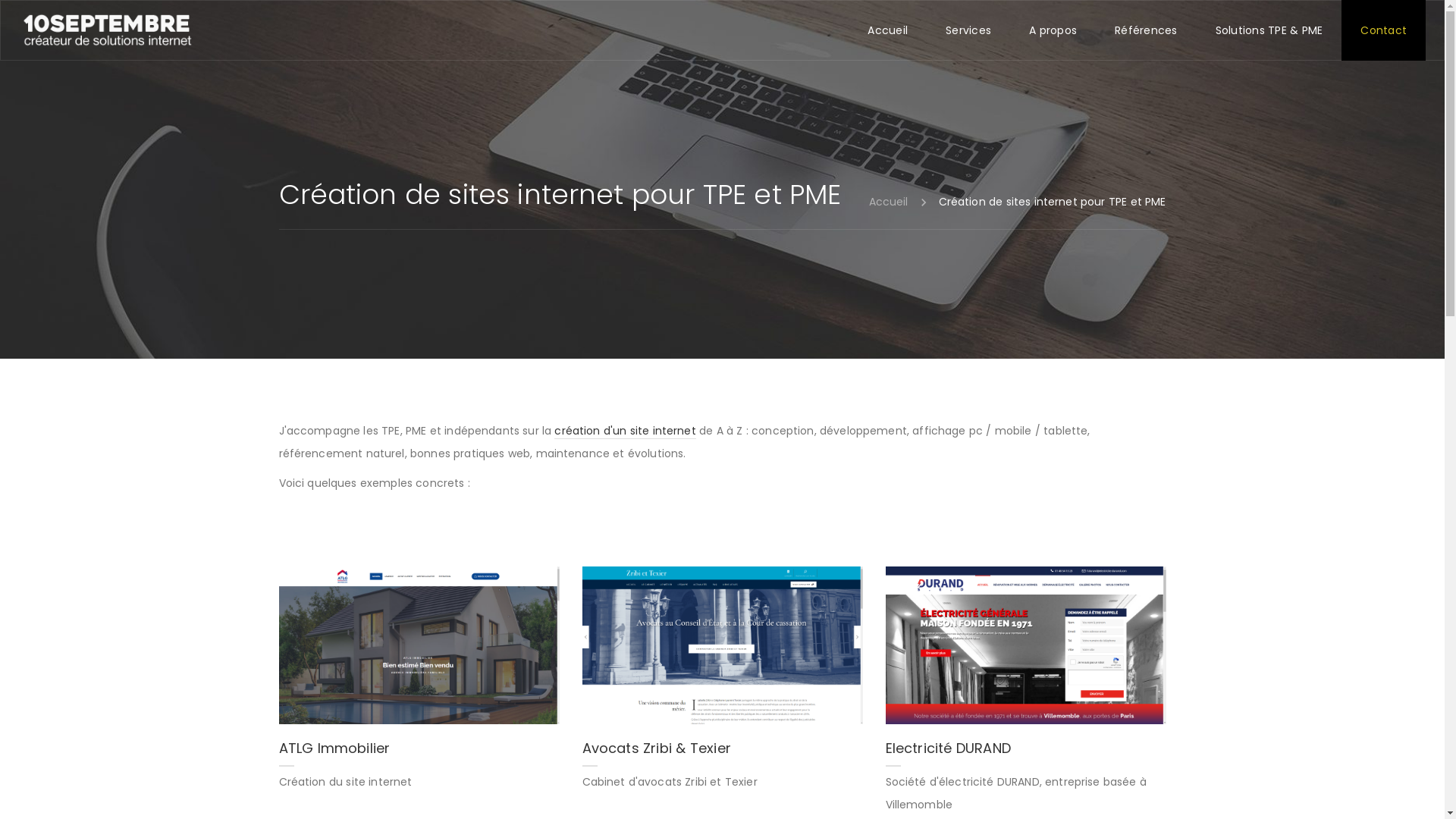  I want to click on 'Solutions TPE & PME', so click(1196, 30).